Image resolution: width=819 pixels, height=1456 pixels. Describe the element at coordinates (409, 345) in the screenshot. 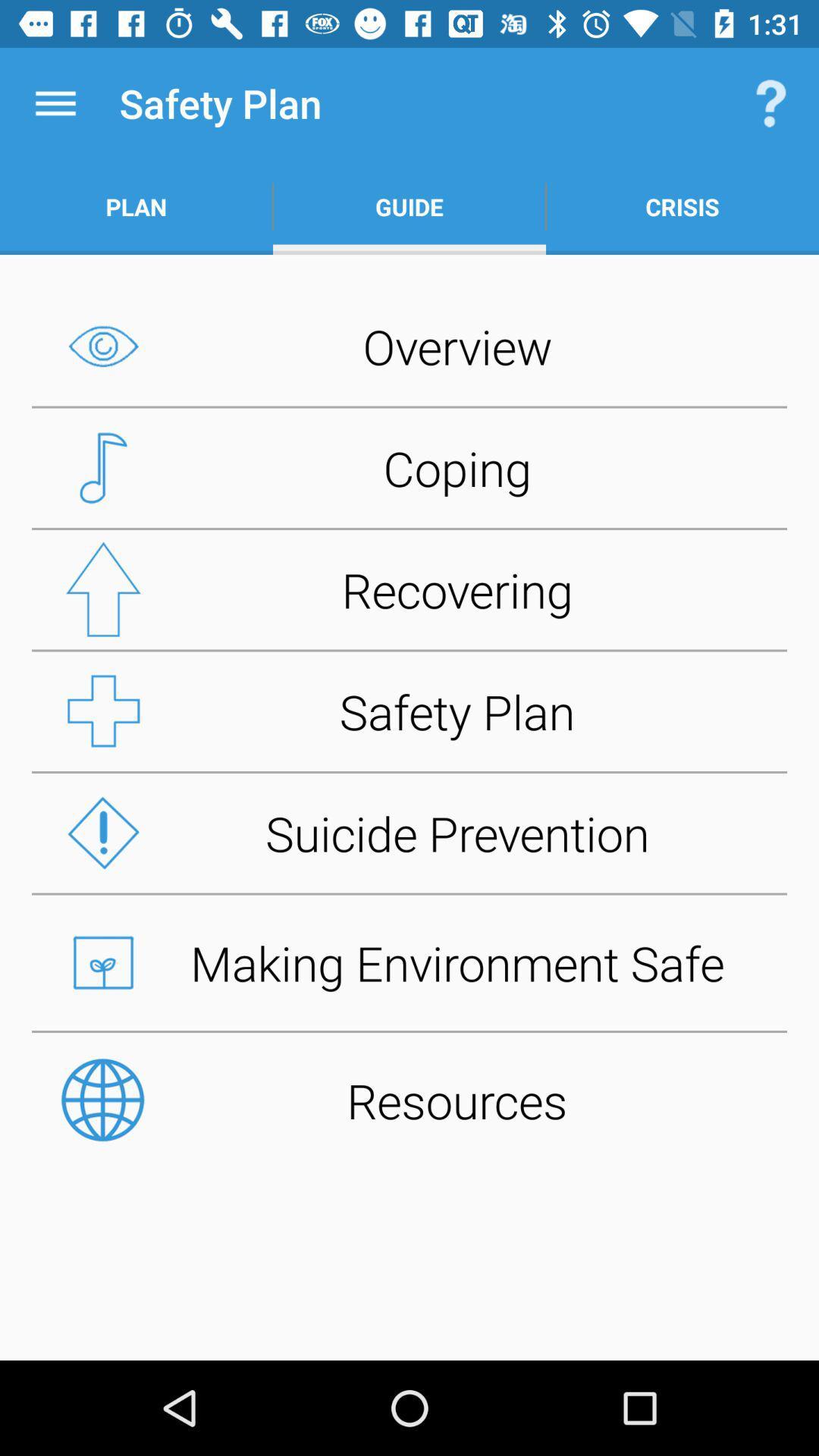

I see `the overview button` at that location.